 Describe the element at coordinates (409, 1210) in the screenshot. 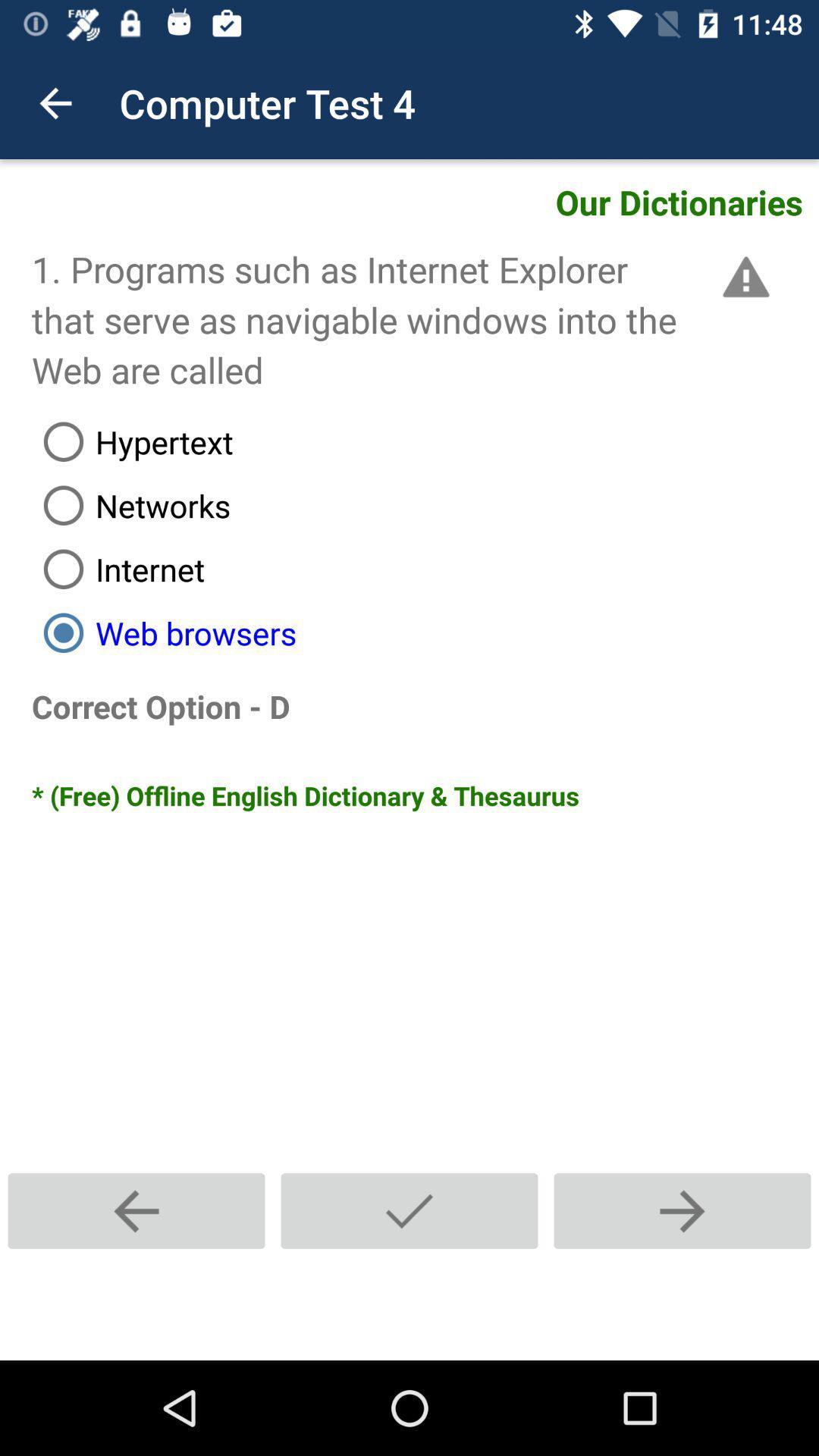

I see `the navigation icon` at that location.